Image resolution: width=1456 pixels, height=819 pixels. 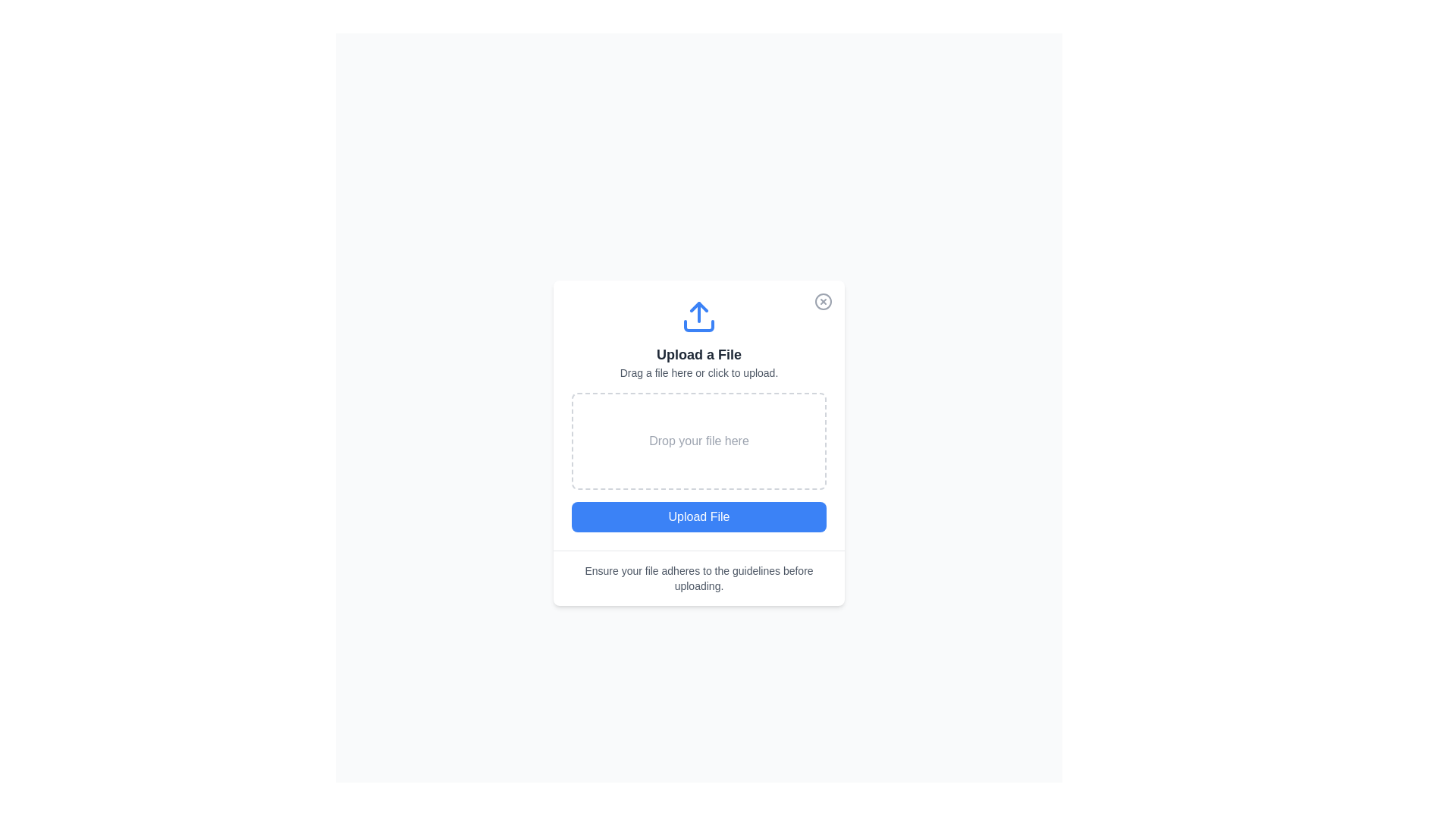 I want to click on the static text label that reads 'Drop your file here', which is styled in gray and is centered within a dashed border rectangle that serves as a drop zone for file uploads, so click(x=698, y=441).